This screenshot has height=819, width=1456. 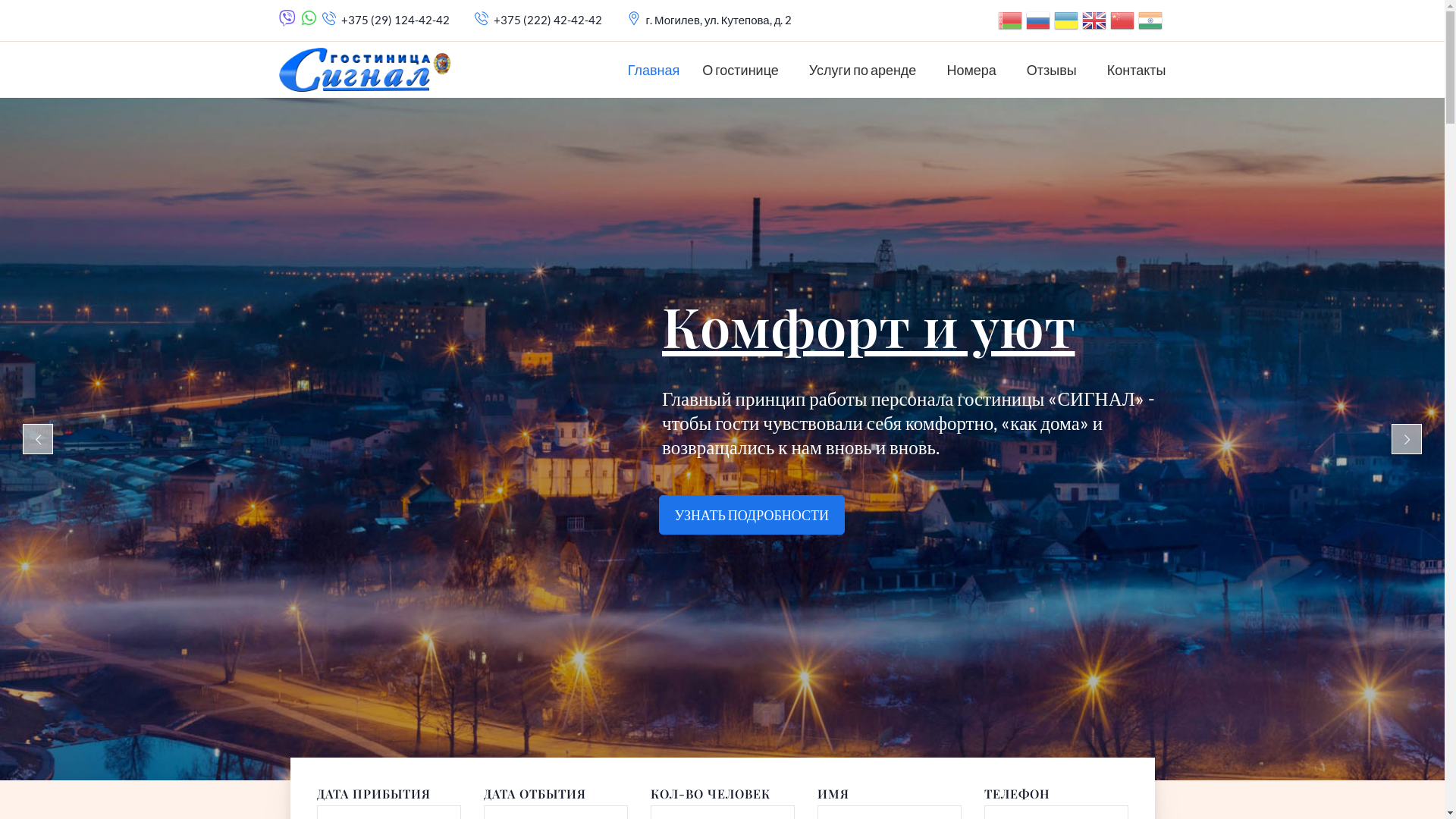 I want to click on '+375 (29) 124-42-42', so click(x=395, y=20).